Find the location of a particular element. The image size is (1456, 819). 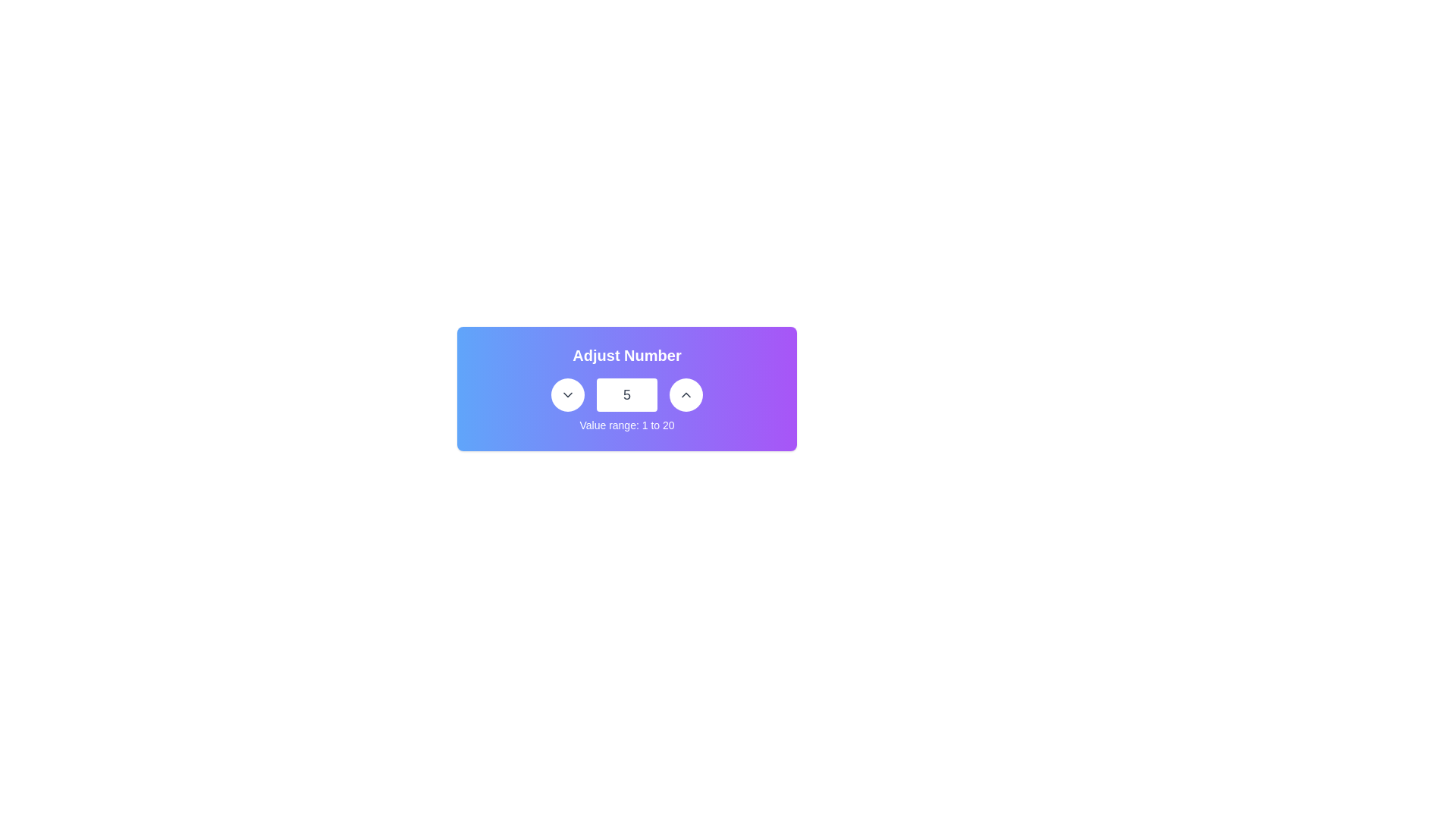

the upward-facing chevron increment button, which is styled with a minimalistic, outline design and located at the topmost region within a row of components is located at coordinates (686, 394).